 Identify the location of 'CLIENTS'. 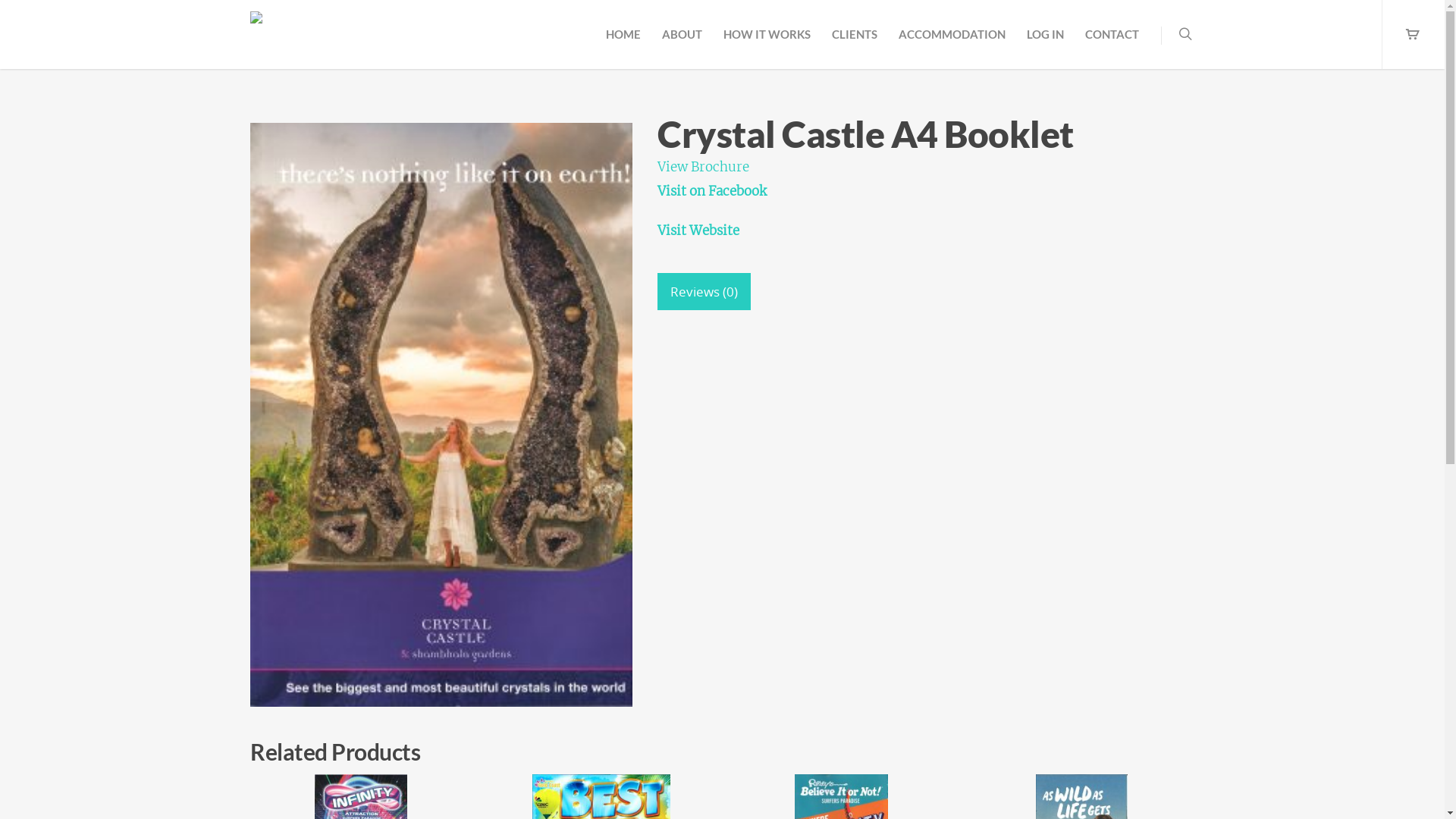
(855, 39).